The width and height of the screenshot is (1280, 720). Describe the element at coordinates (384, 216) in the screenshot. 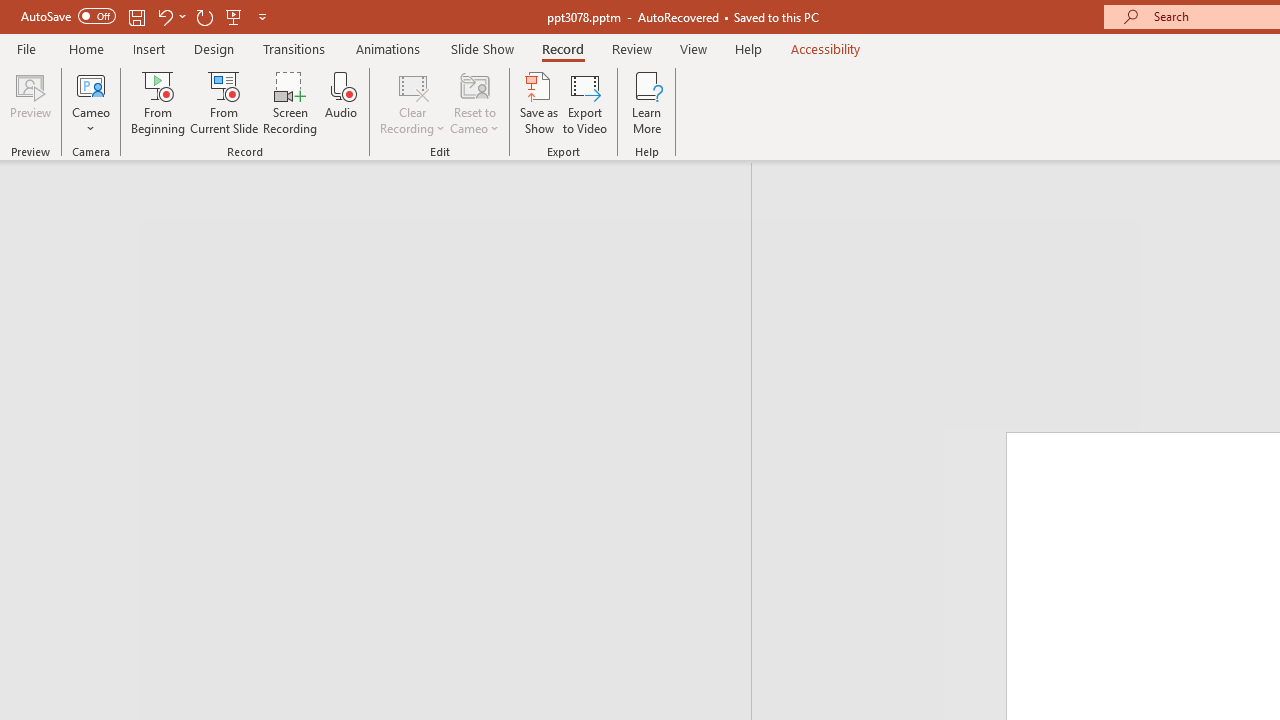

I see `'Outline'` at that location.